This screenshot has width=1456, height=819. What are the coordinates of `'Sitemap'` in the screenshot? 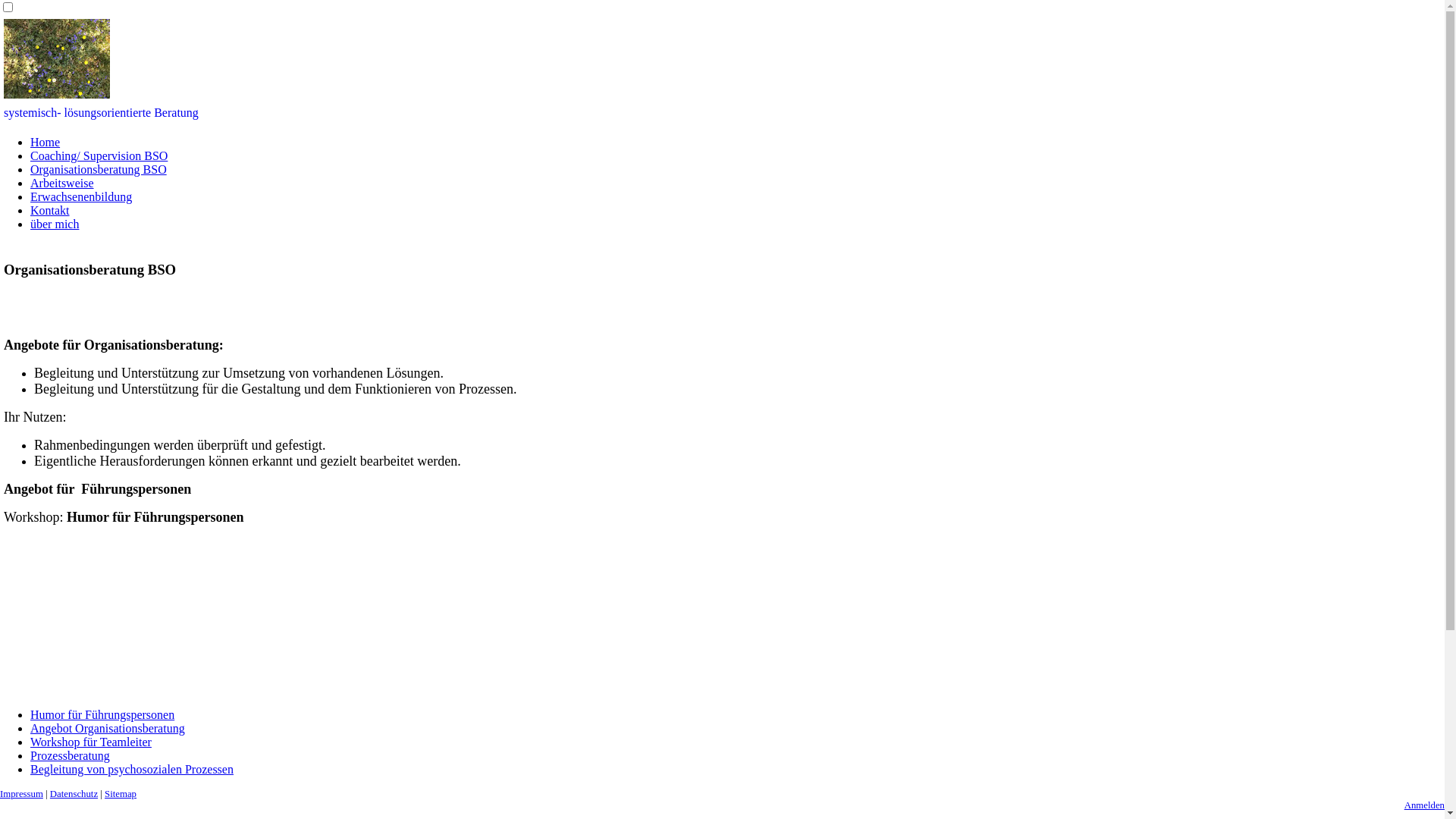 It's located at (119, 792).